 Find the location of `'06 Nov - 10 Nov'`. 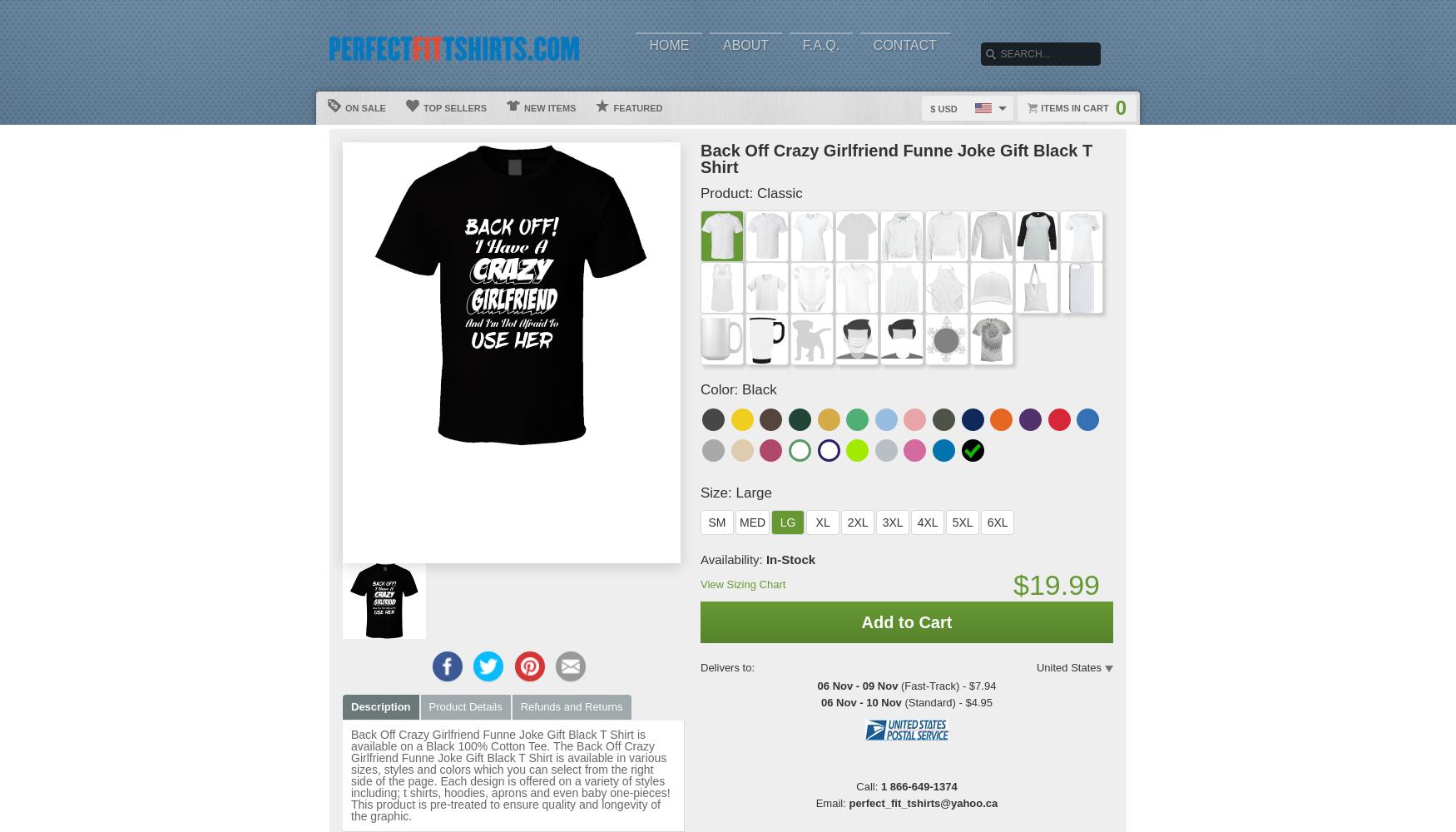

'06 Nov - 10 Nov' is located at coordinates (859, 701).